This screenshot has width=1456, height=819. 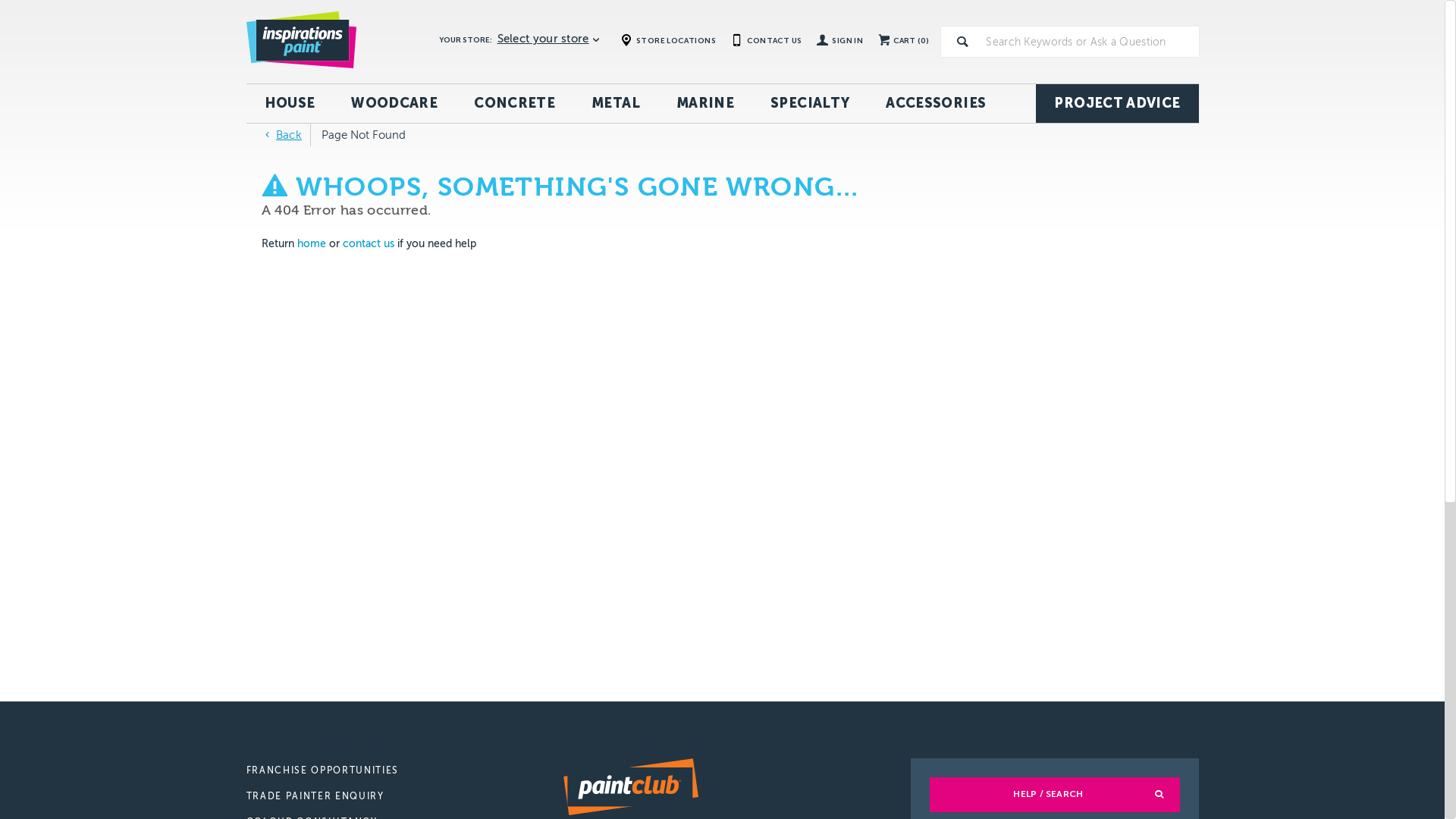 I want to click on 'PROJECT ADVICE', so click(x=1117, y=102).